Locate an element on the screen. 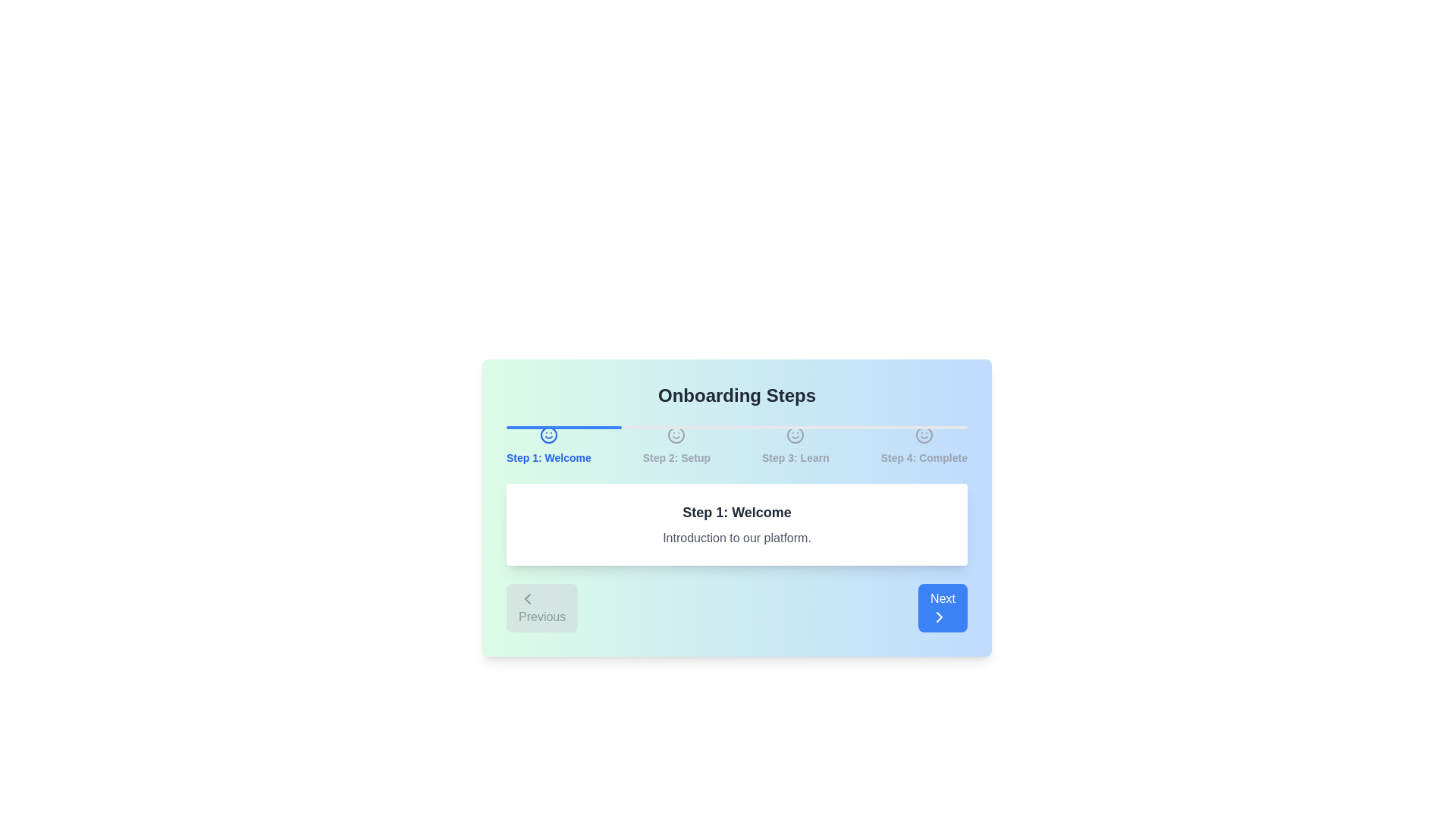 The height and width of the screenshot is (819, 1456). the 'Next' button located at the bottom-right corner of the navigation section to observe a visual state change is located at coordinates (942, 607).